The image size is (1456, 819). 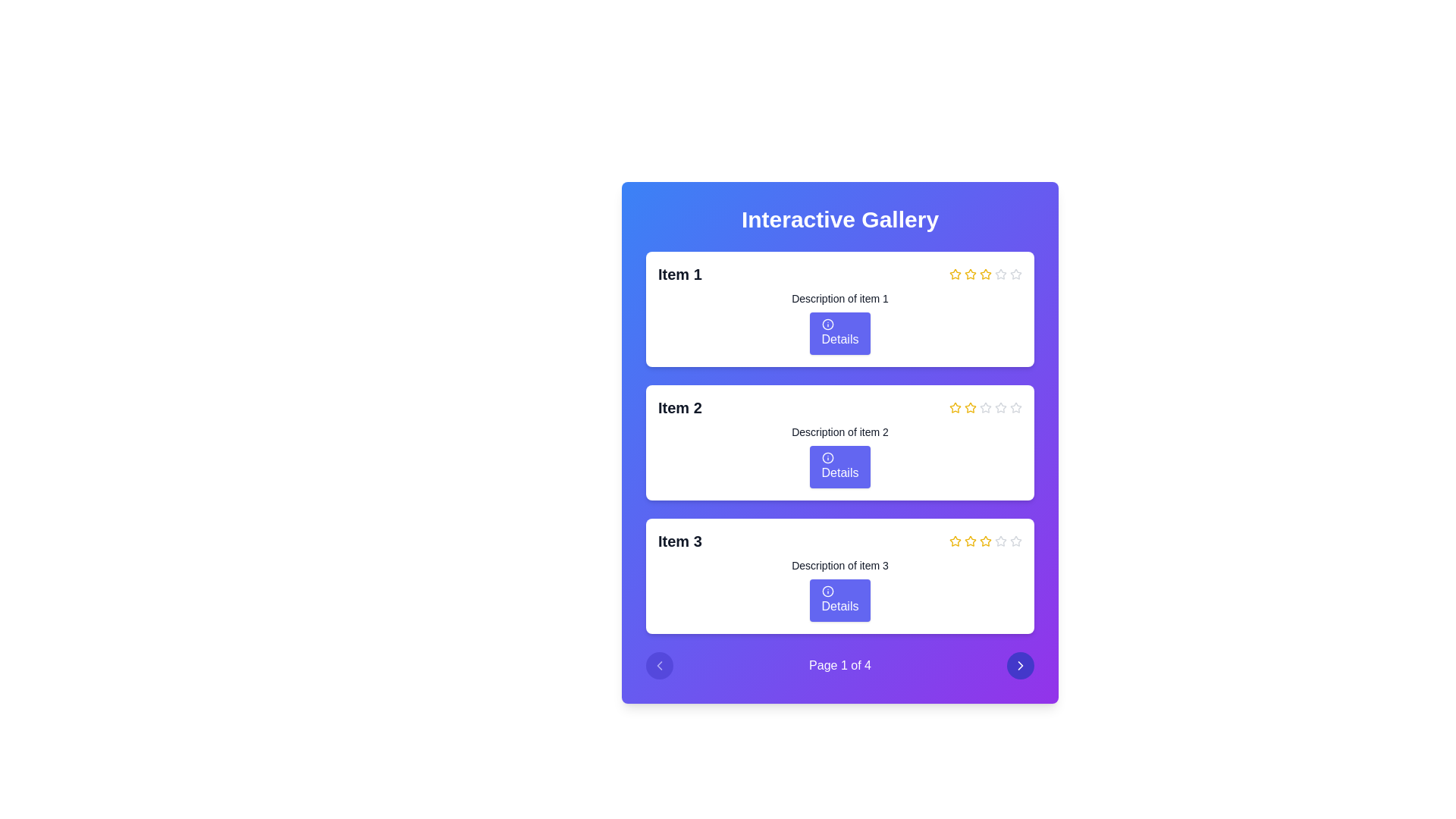 I want to click on the text label displaying 'Page 1 of 4' which is centered at the bottom of the interface with a purple background, so click(x=839, y=665).